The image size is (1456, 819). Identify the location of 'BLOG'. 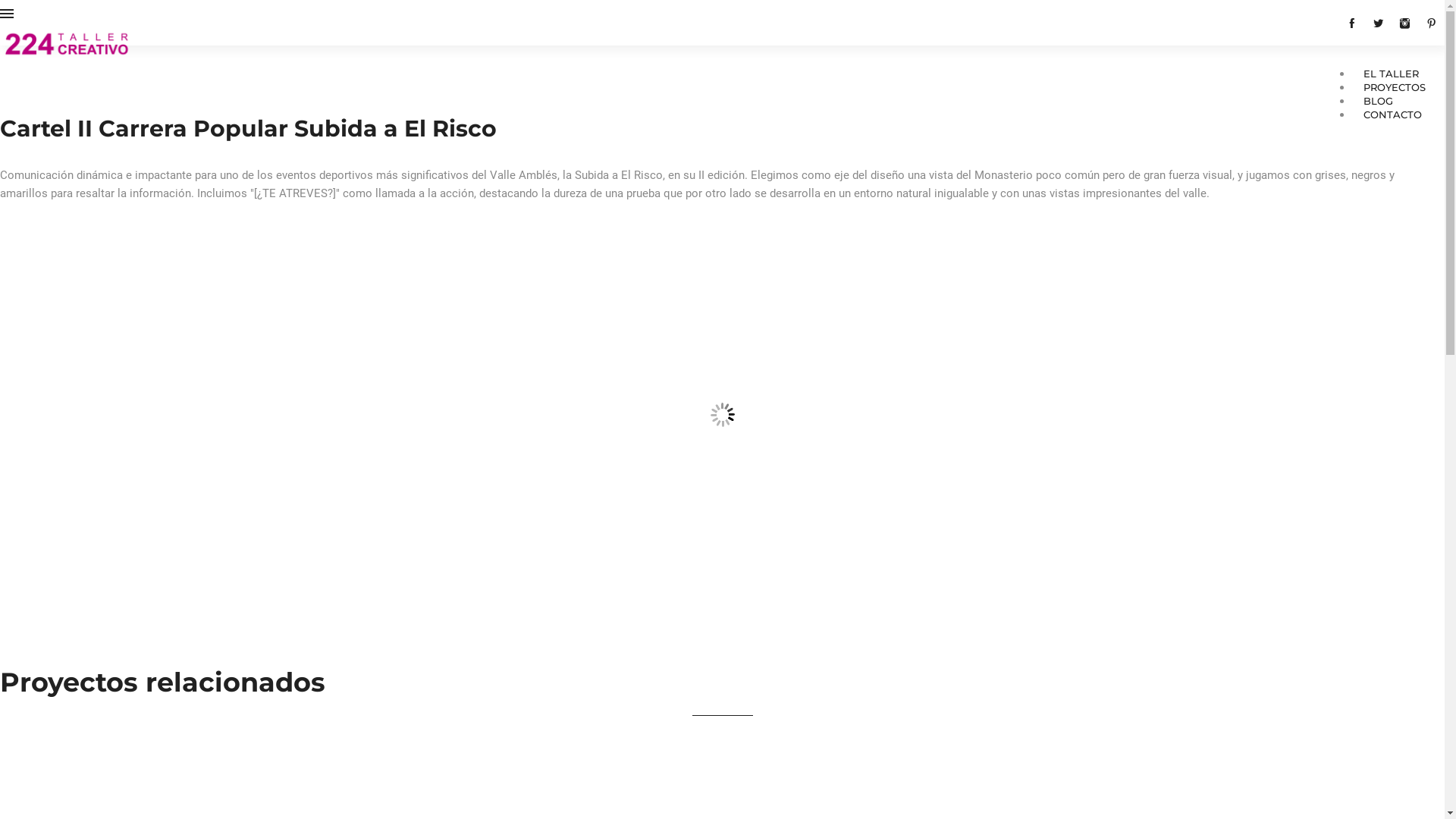
(1351, 100).